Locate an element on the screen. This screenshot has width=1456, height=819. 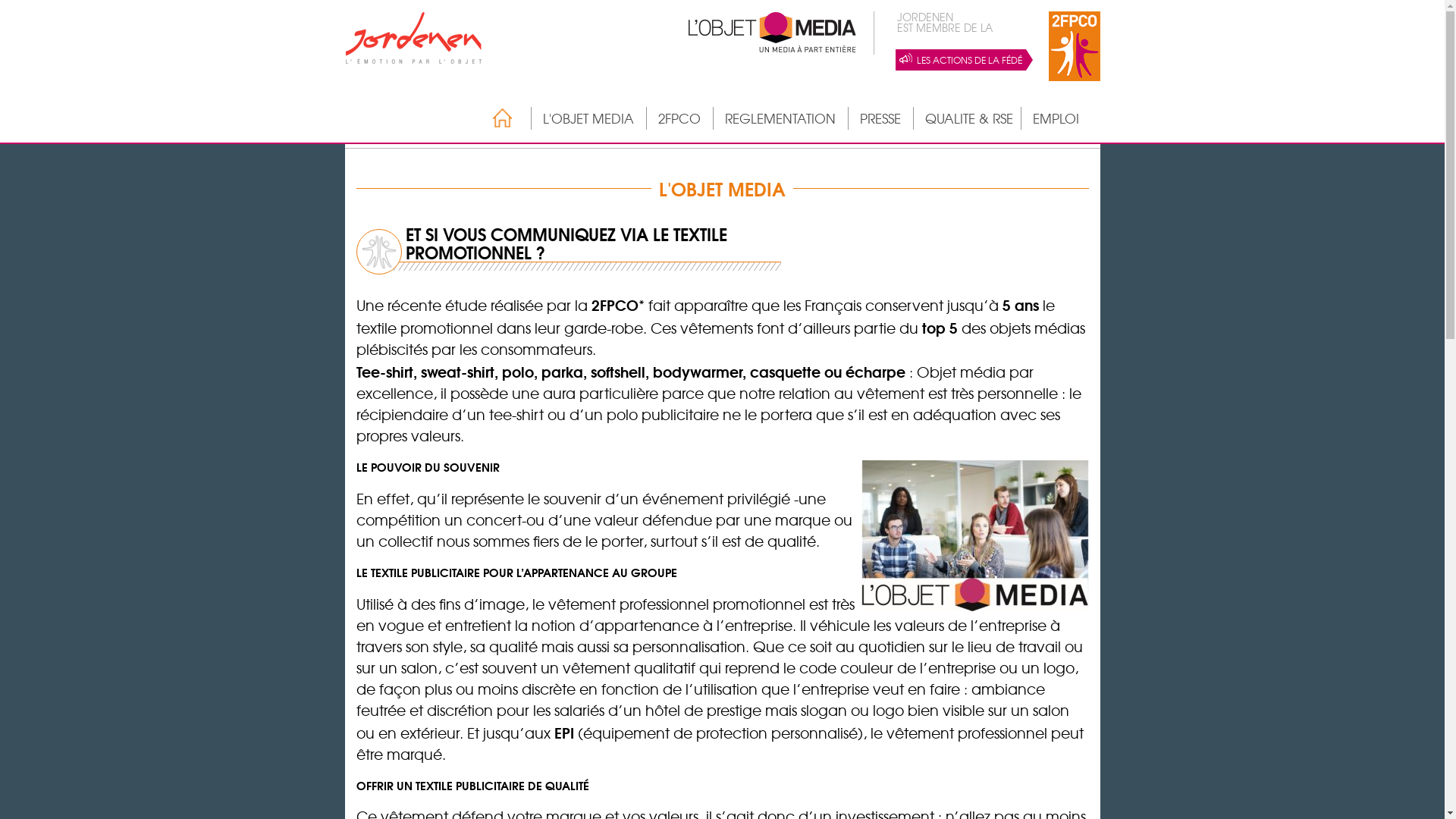
'Accueil' is located at coordinates (494, 117).